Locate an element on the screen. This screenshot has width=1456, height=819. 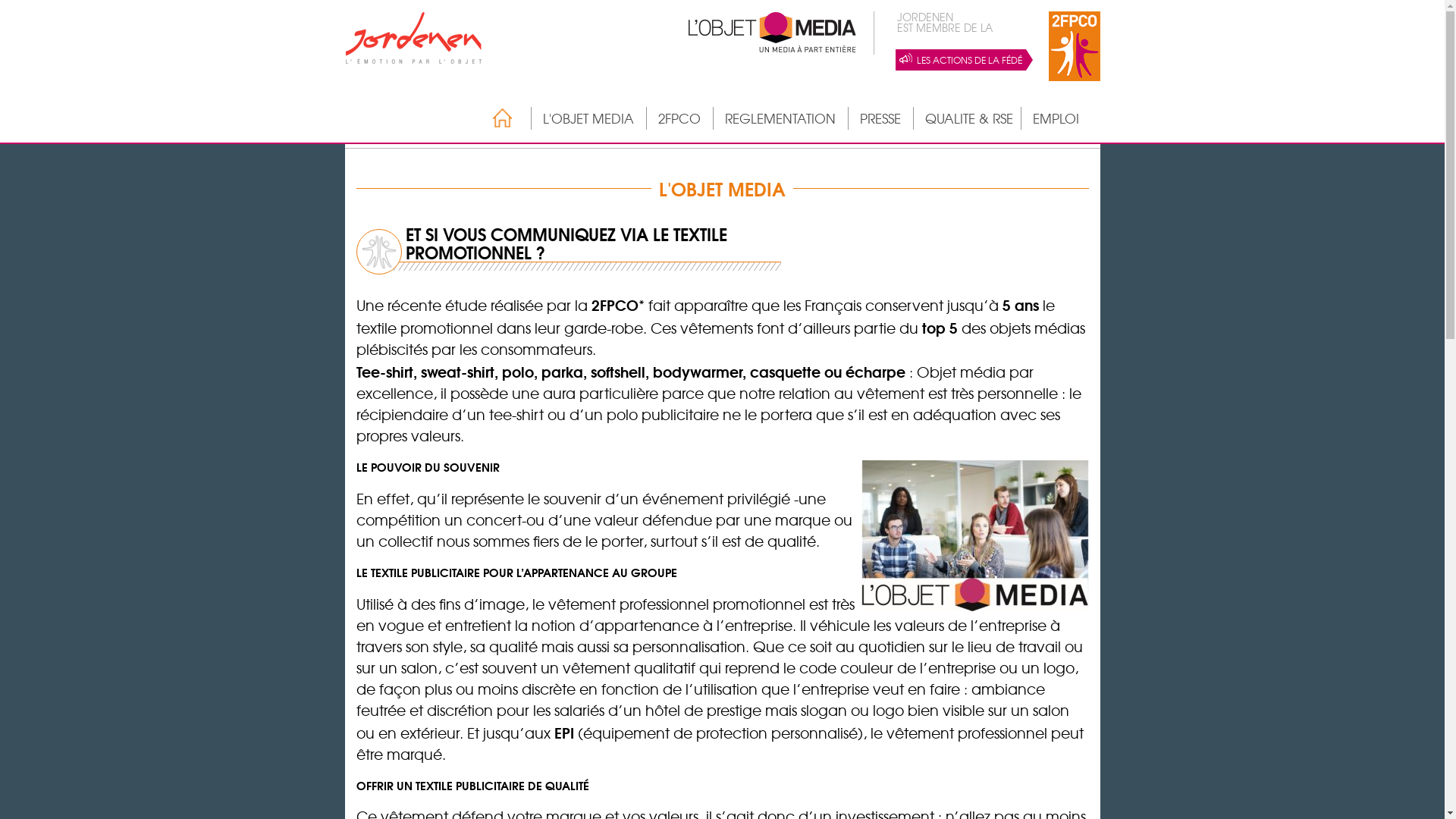
'Accueil' is located at coordinates (494, 117).